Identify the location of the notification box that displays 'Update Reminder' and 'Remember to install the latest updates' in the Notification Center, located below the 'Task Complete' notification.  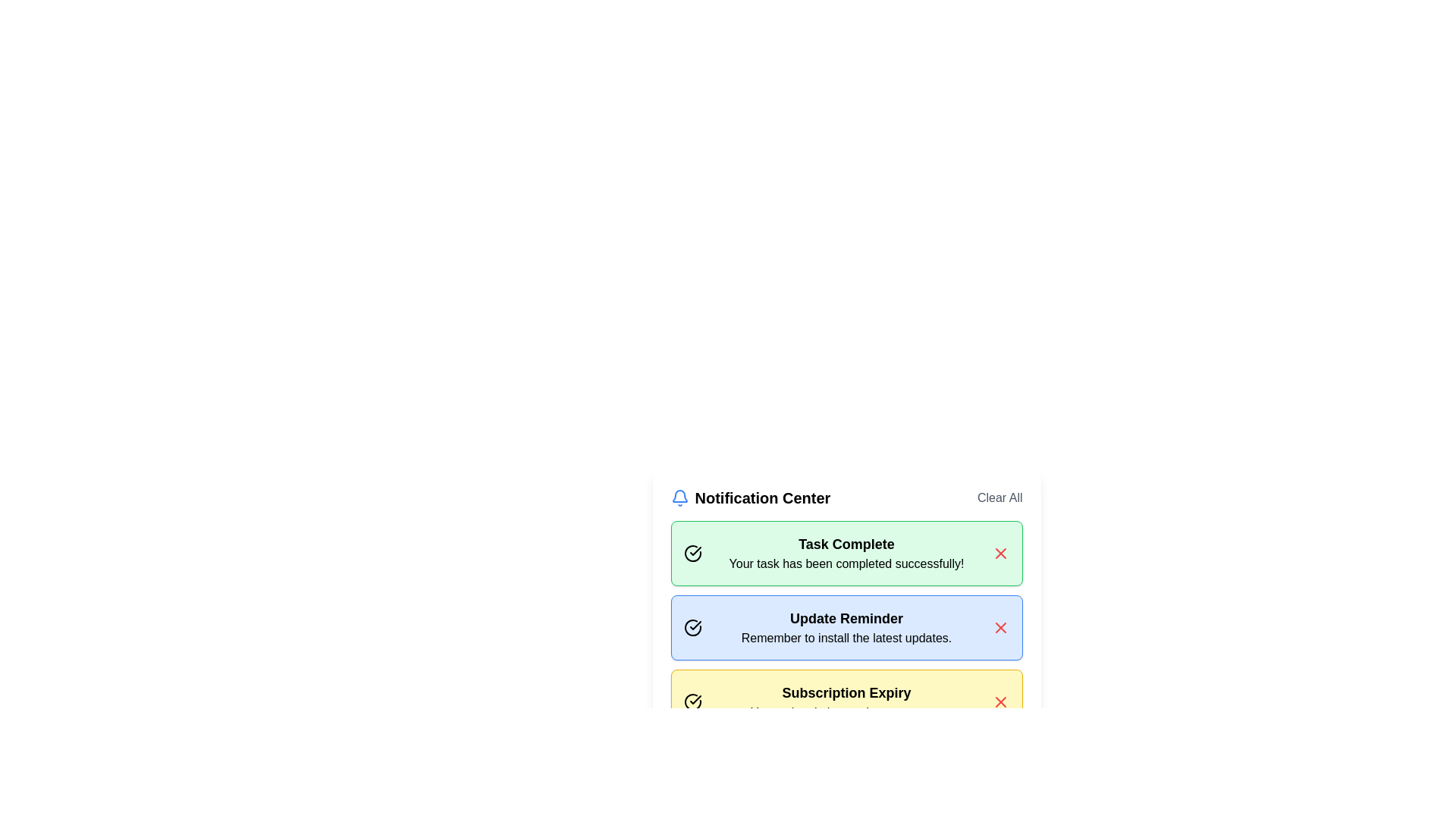
(846, 628).